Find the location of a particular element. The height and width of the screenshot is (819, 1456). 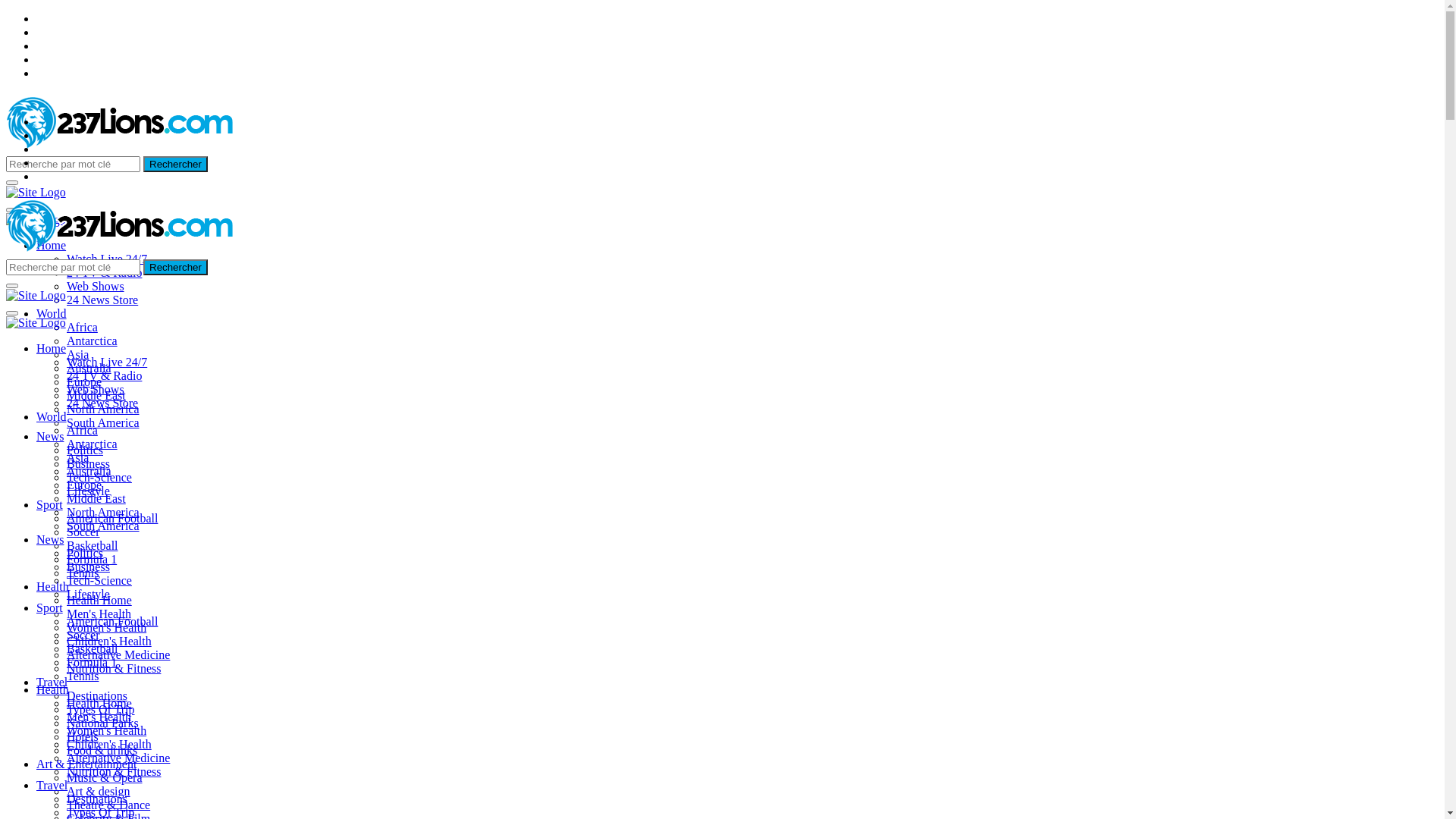

'Theatre & Dance' is located at coordinates (108, 804).